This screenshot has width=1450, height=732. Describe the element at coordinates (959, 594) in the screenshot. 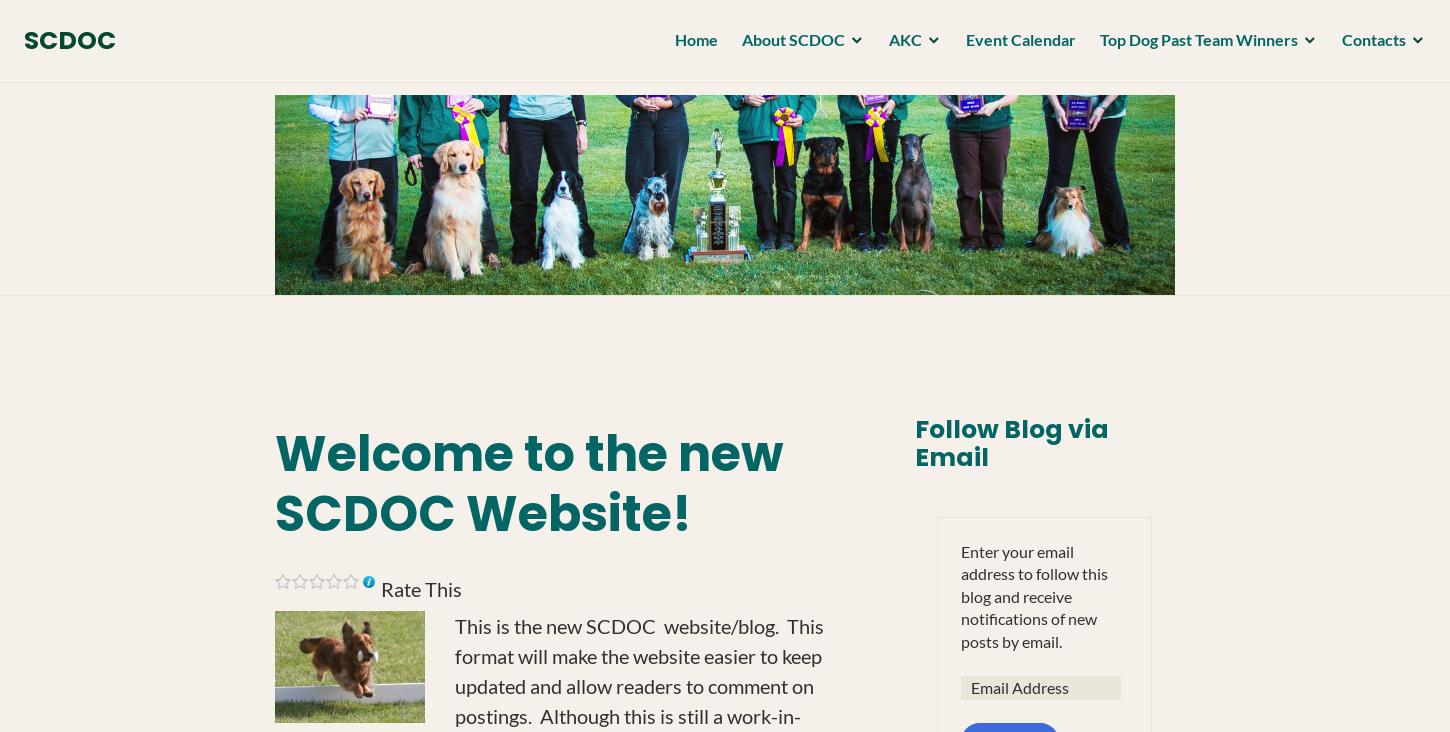

I see `'Enter your email address to follow this blog and receive notifications of new posts by email.'` at that location.